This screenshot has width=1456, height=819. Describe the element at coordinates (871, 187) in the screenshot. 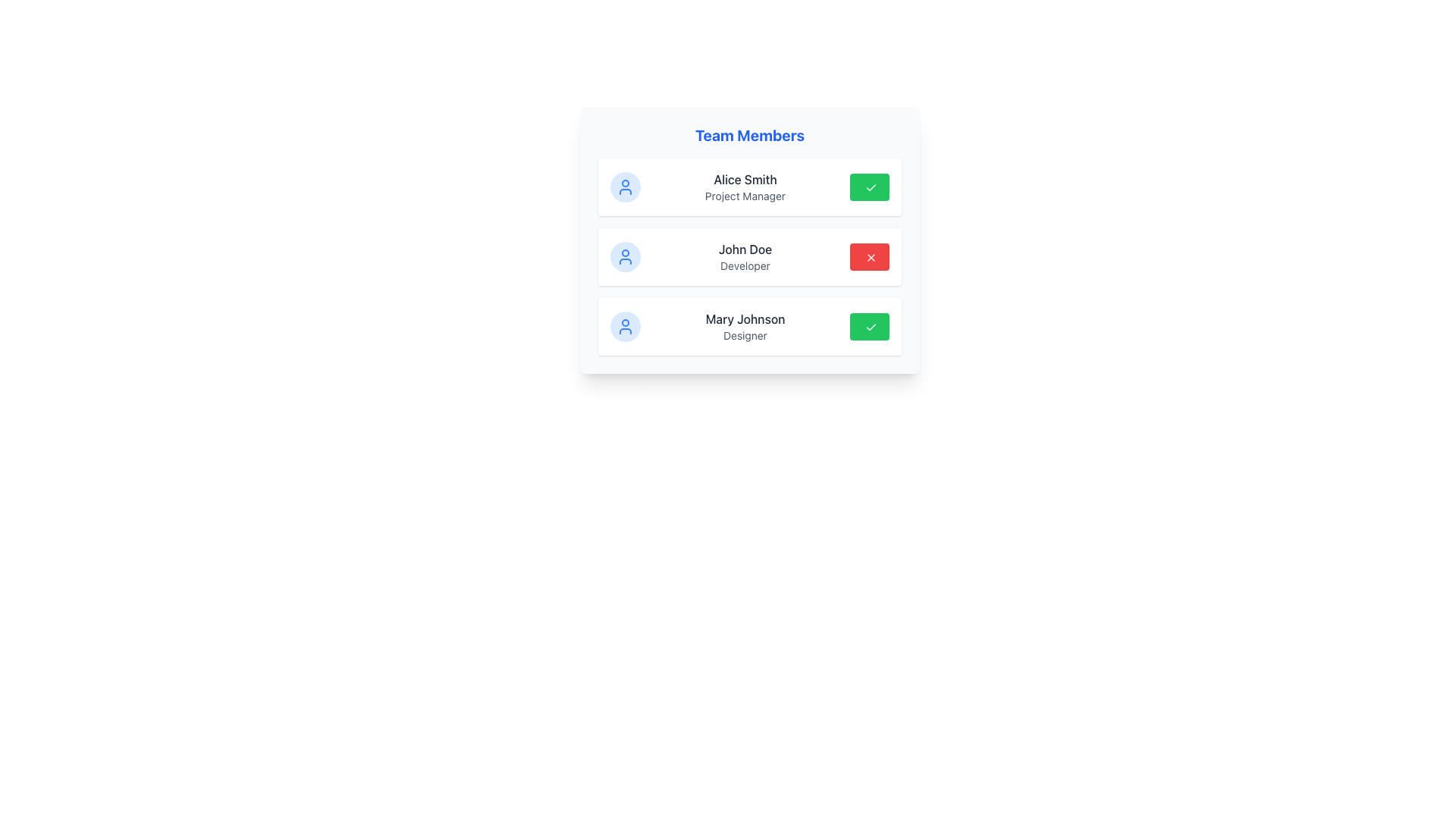

I see `the small checkmark icon with a circular outline located within the green rectangular button corresponding to the 'Alice Smith' entry in the 'Team Members' section` at that location.